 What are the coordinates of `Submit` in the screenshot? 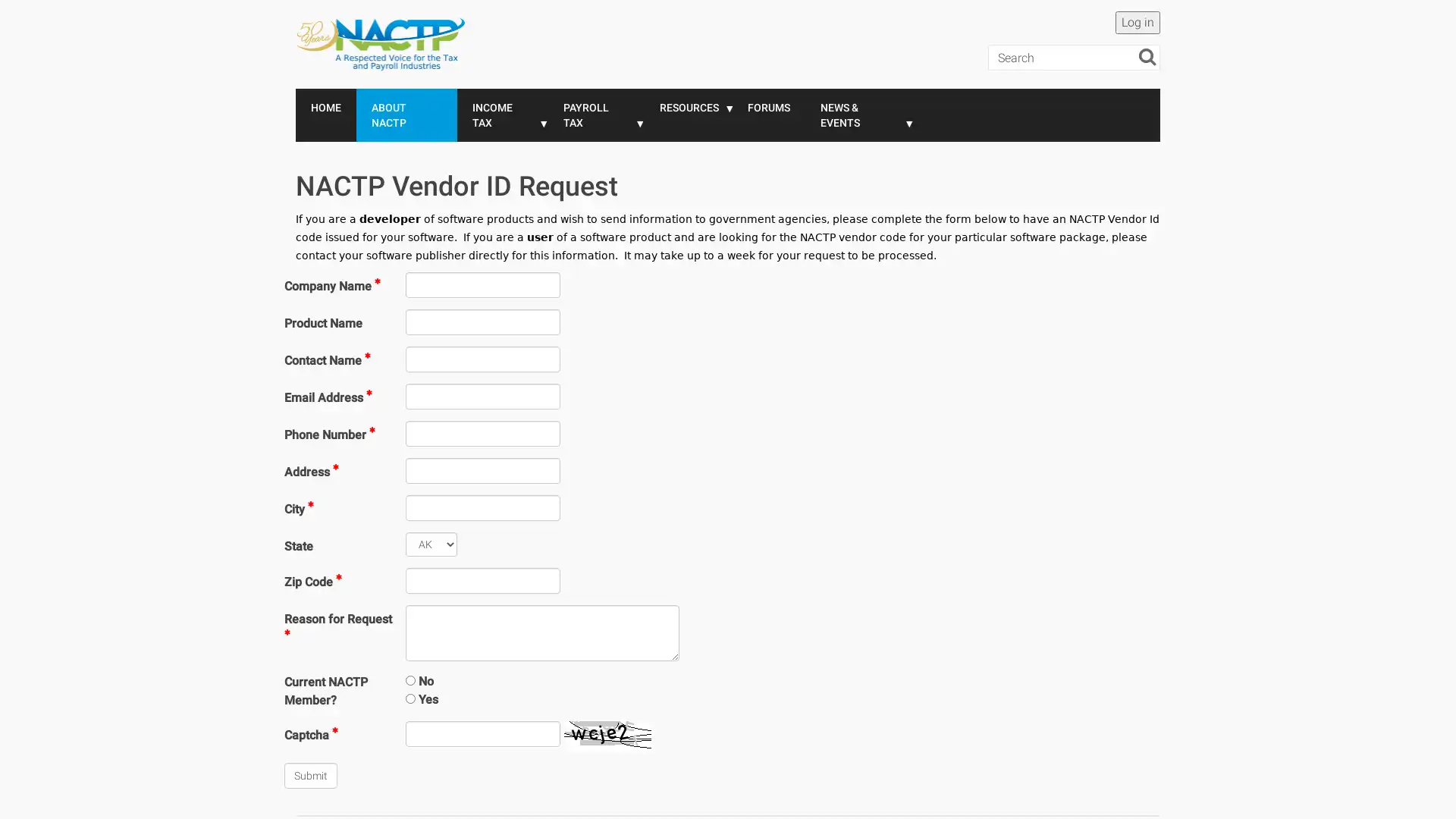 It's located at (309, 775).